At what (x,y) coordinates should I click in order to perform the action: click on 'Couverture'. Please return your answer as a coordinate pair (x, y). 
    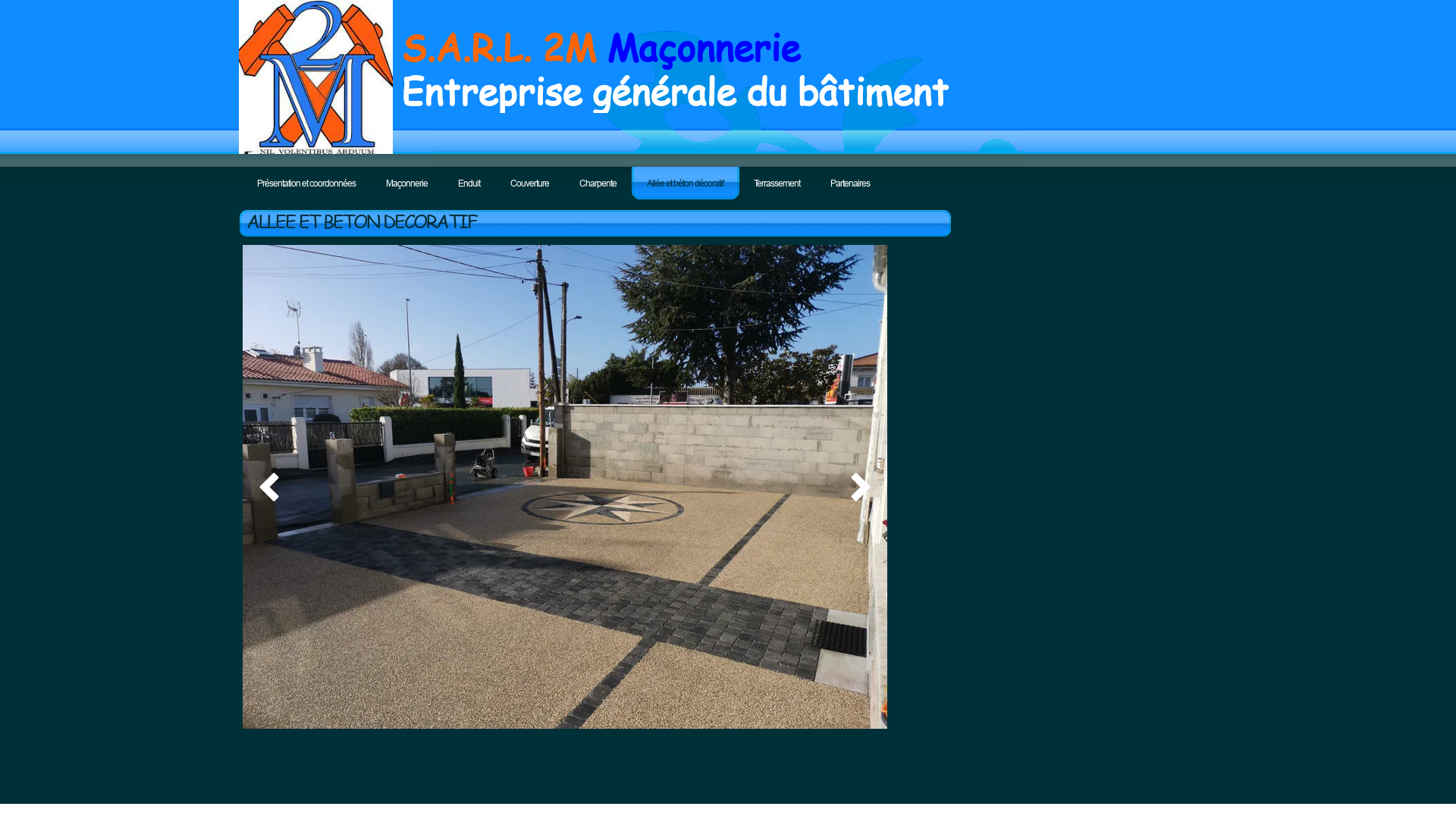
    Looking at the image, I should click on (529, 182).